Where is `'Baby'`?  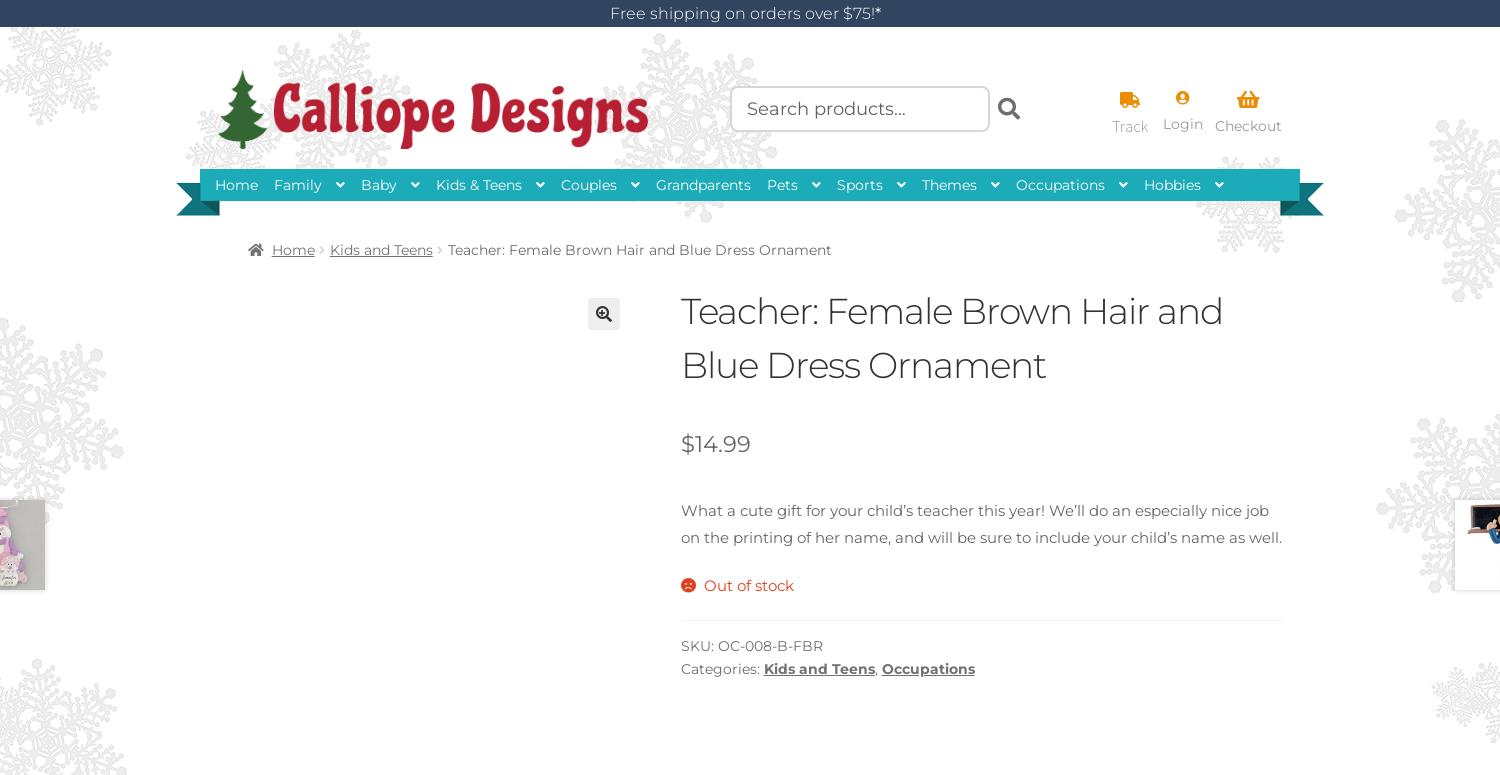 'Baby' is located at coordinates (379, 184).